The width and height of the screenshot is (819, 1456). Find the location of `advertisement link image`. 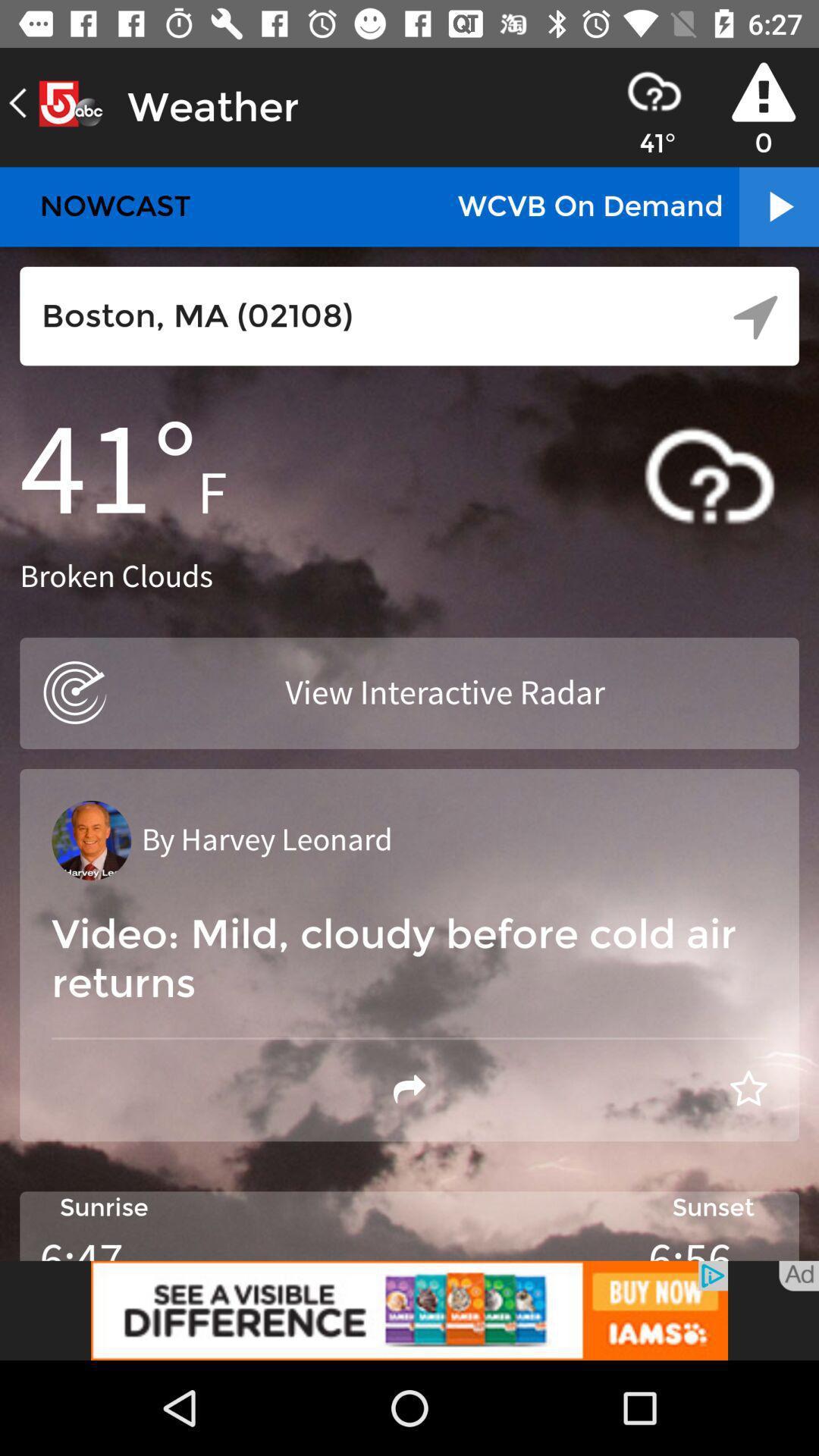

advertisement link image is located at coordinates (409, 1310).